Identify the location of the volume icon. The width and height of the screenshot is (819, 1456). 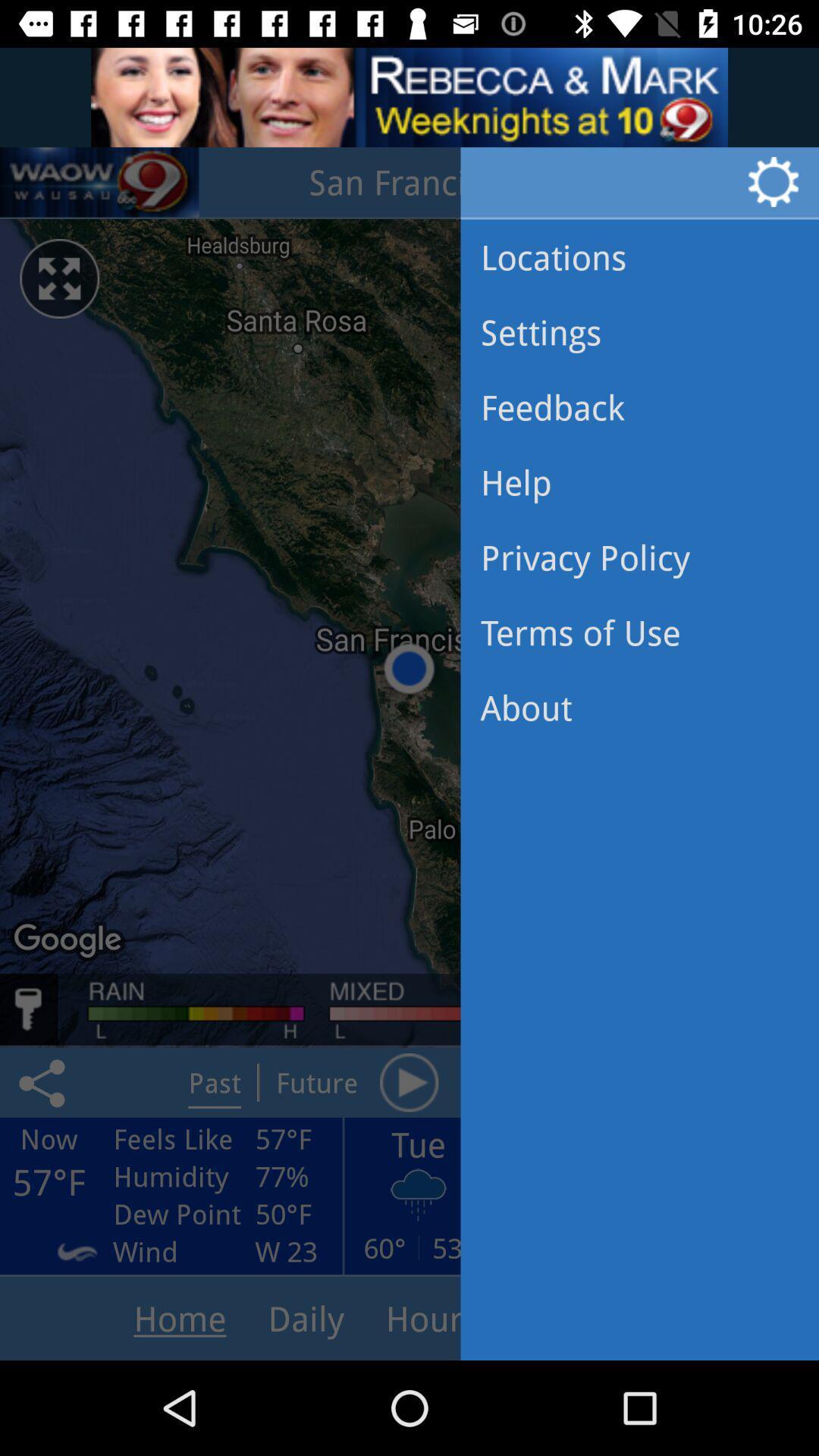
(99, 182).